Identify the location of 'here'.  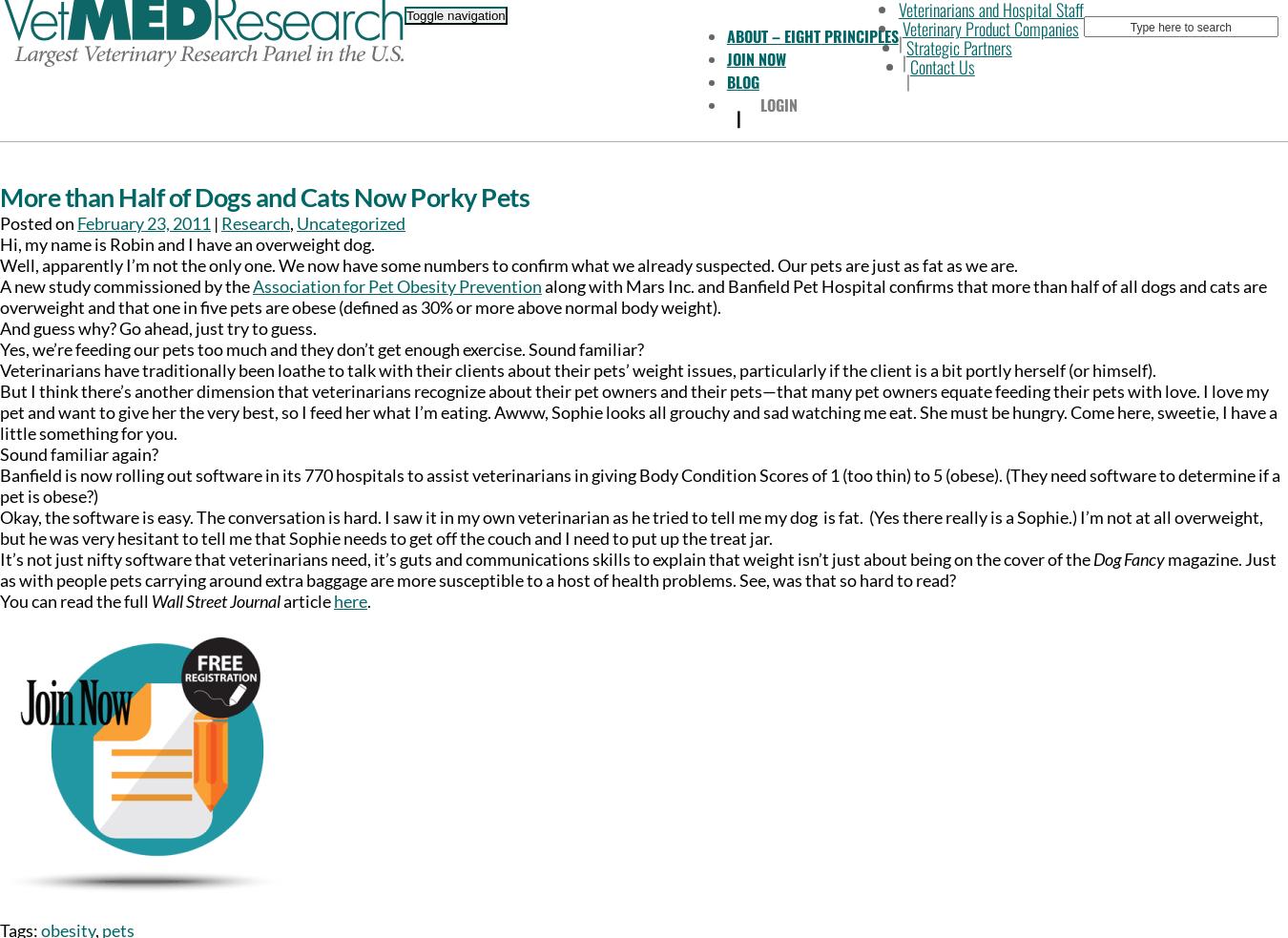
(350, 601).